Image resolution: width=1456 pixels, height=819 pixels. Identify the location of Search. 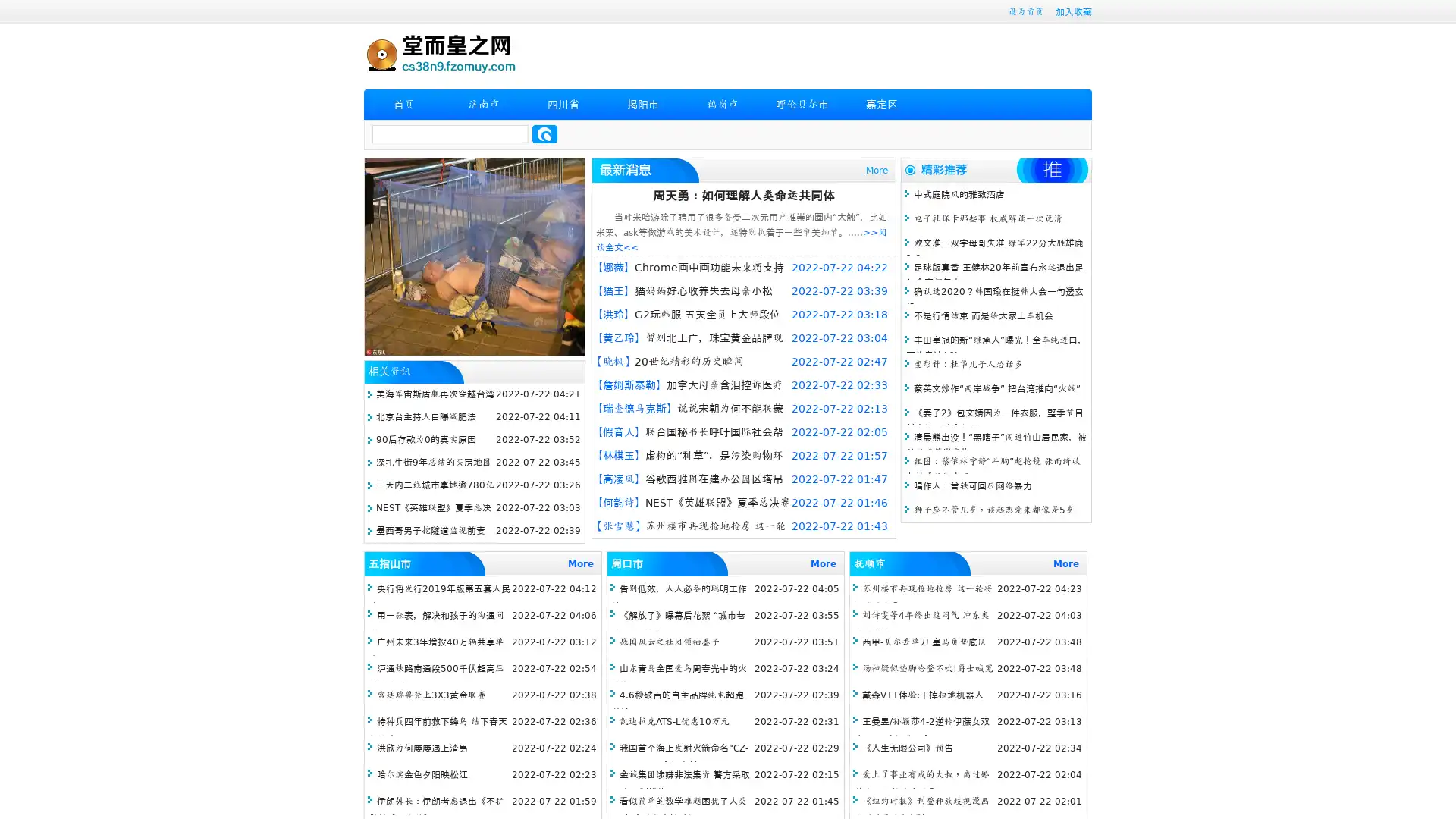
(544, 133).